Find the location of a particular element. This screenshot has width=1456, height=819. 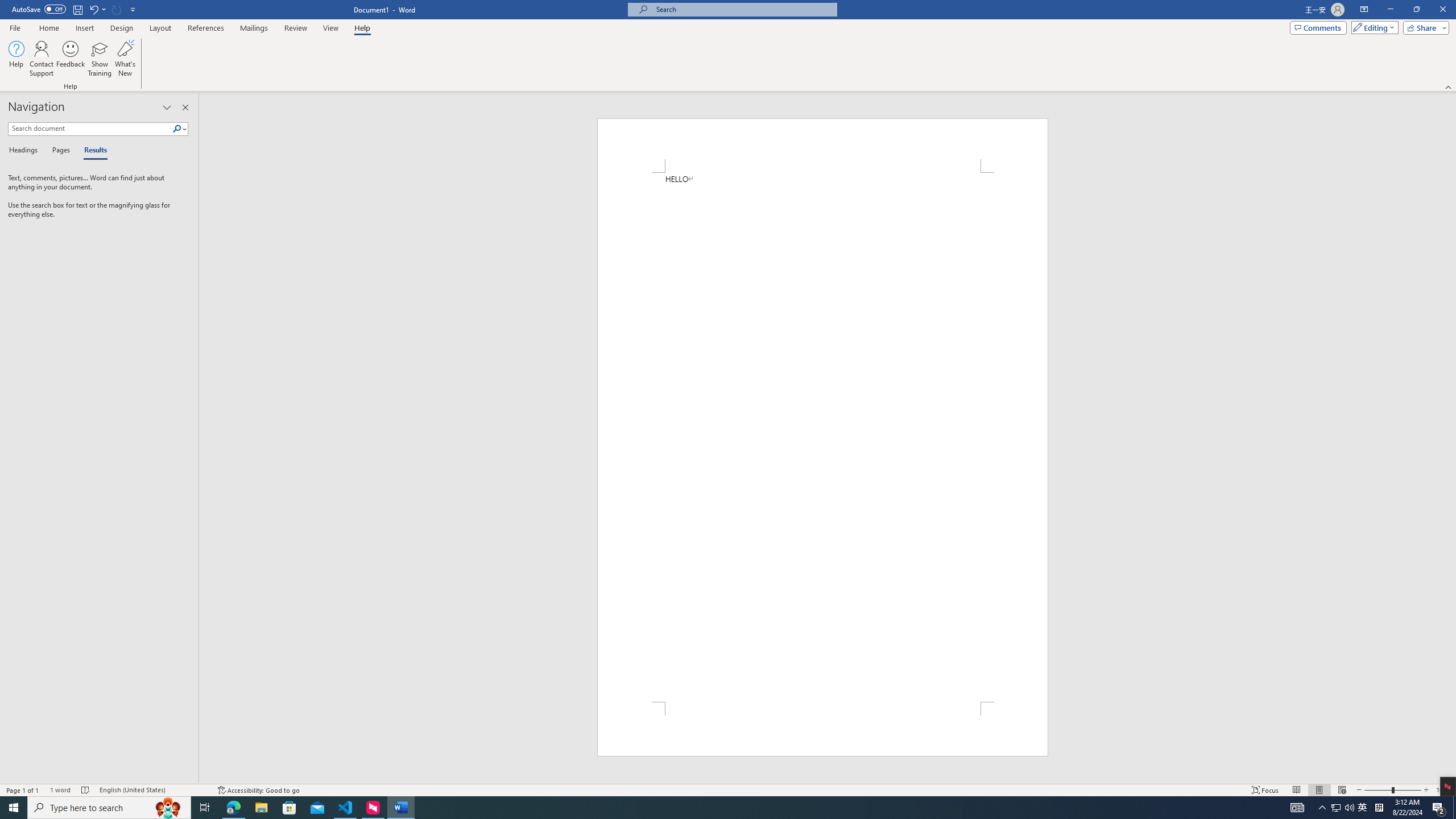

'Feedback' is located at coordinates (70, 59).